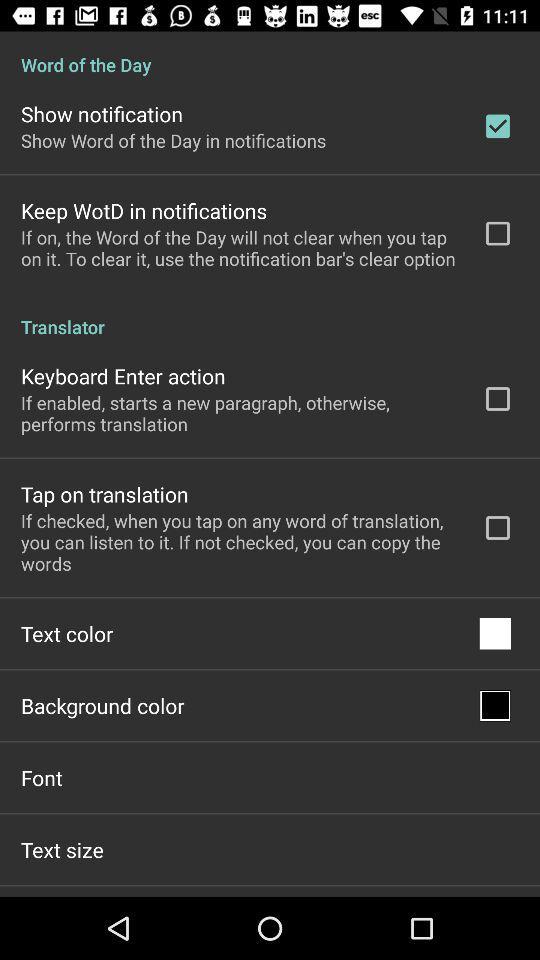 The height and width of the screenshot is (960, 540). What do you see at coordinates (62, 848) in the screenshot?
I see `text size` at bounding box center [62, 848].